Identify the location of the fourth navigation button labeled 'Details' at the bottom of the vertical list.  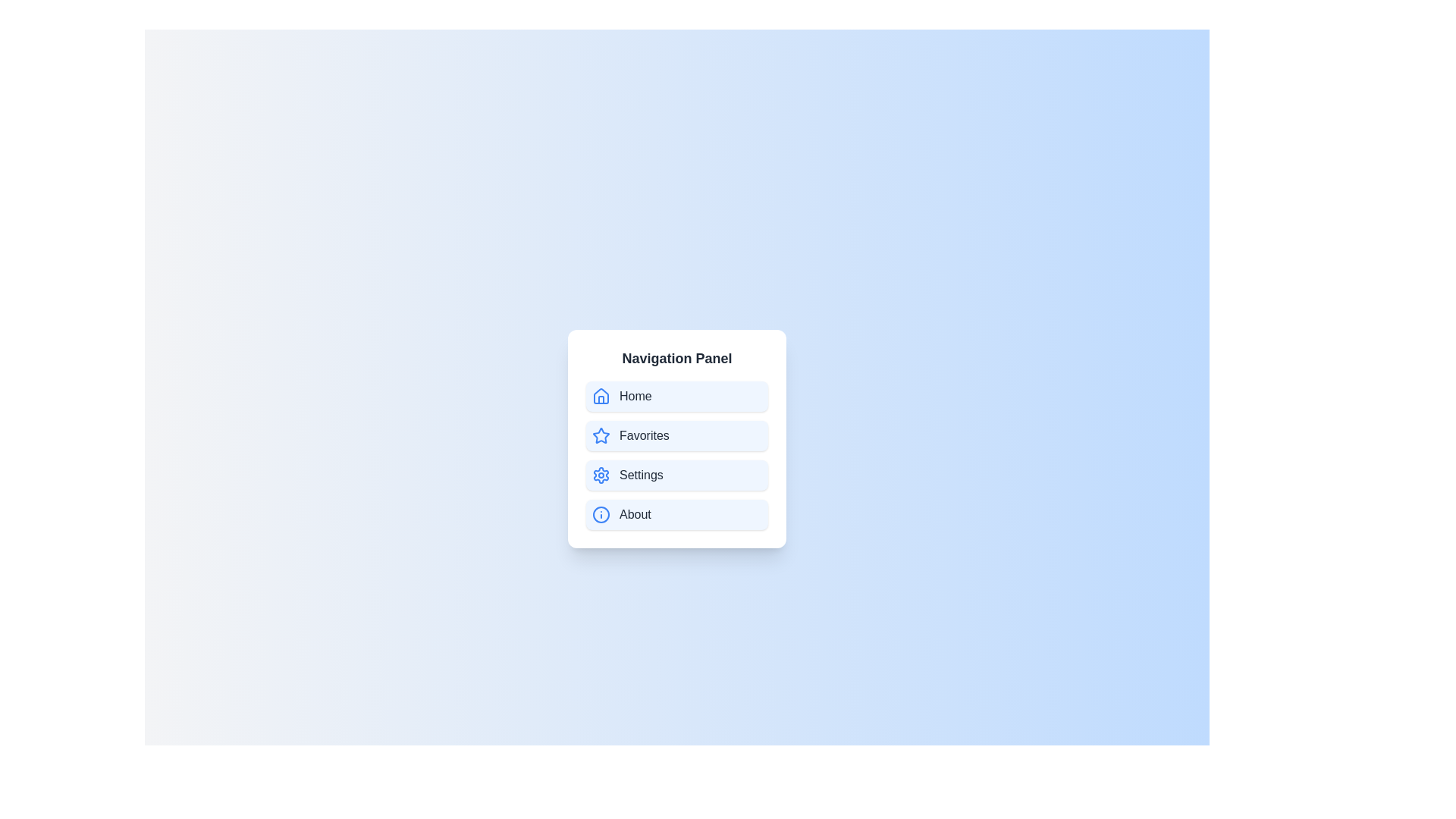
(676, 513).